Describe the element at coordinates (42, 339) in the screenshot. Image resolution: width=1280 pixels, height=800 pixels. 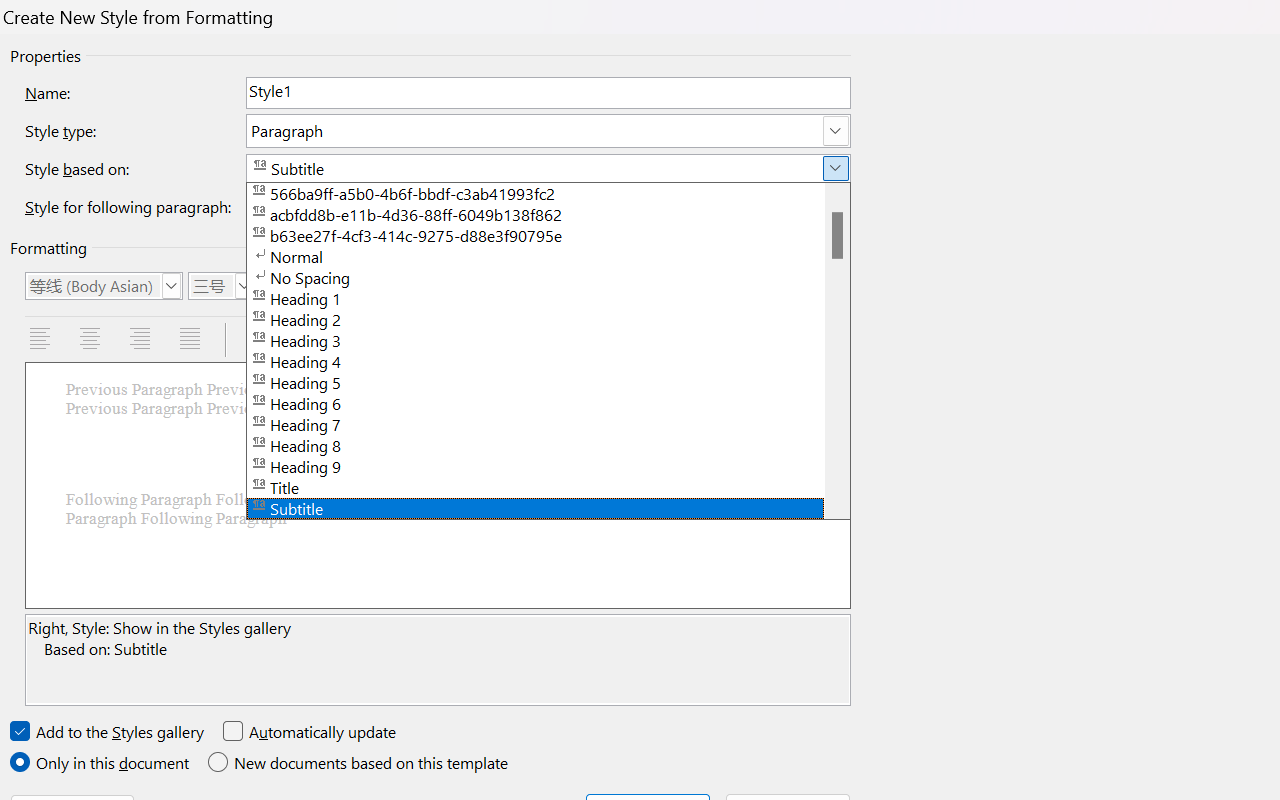
I see `'Align Left'` at that location.